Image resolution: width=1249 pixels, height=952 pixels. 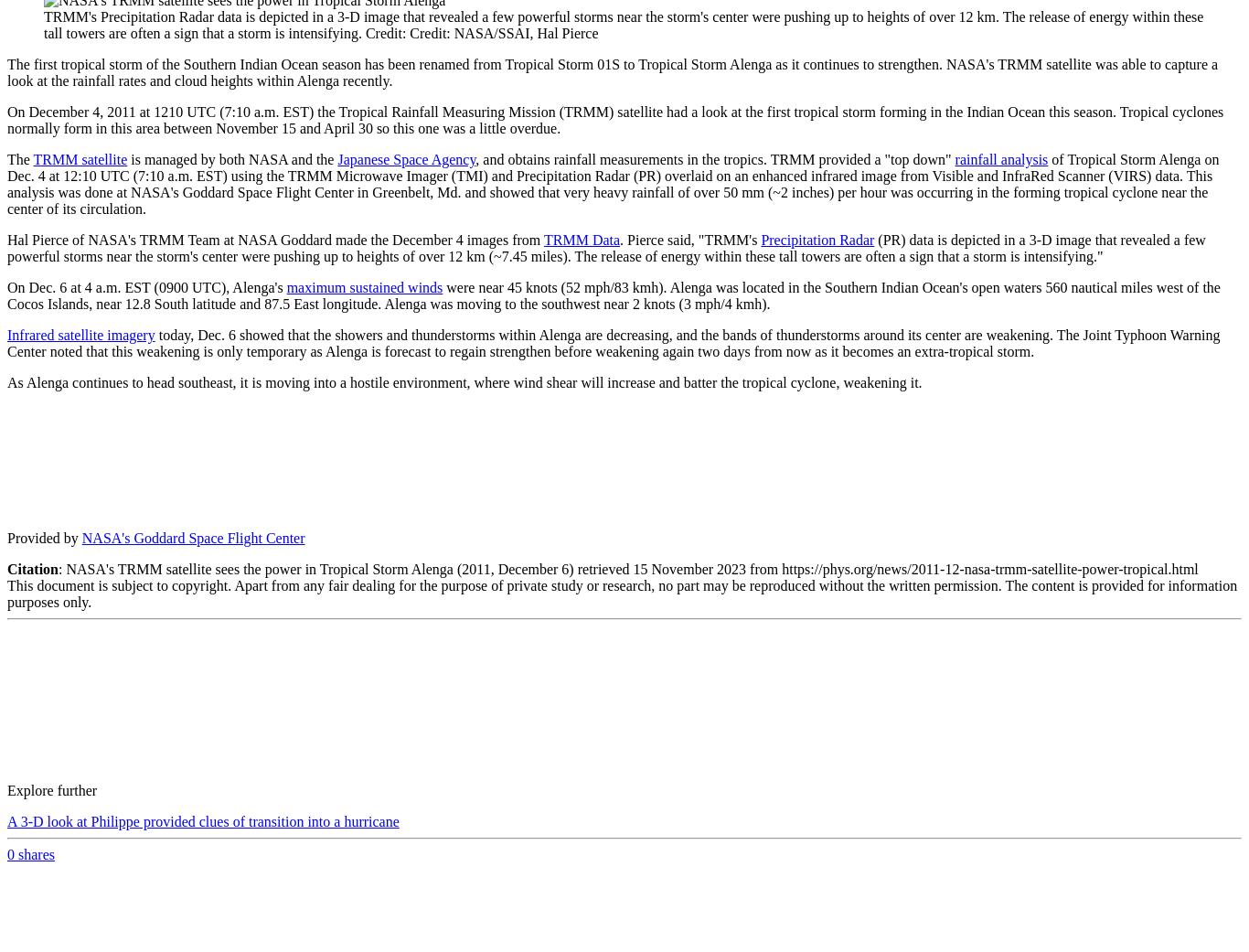 What do you see at coordinates (14, 853) in the screenshot?
I see `'shares'` at bounding box center [14, 853].